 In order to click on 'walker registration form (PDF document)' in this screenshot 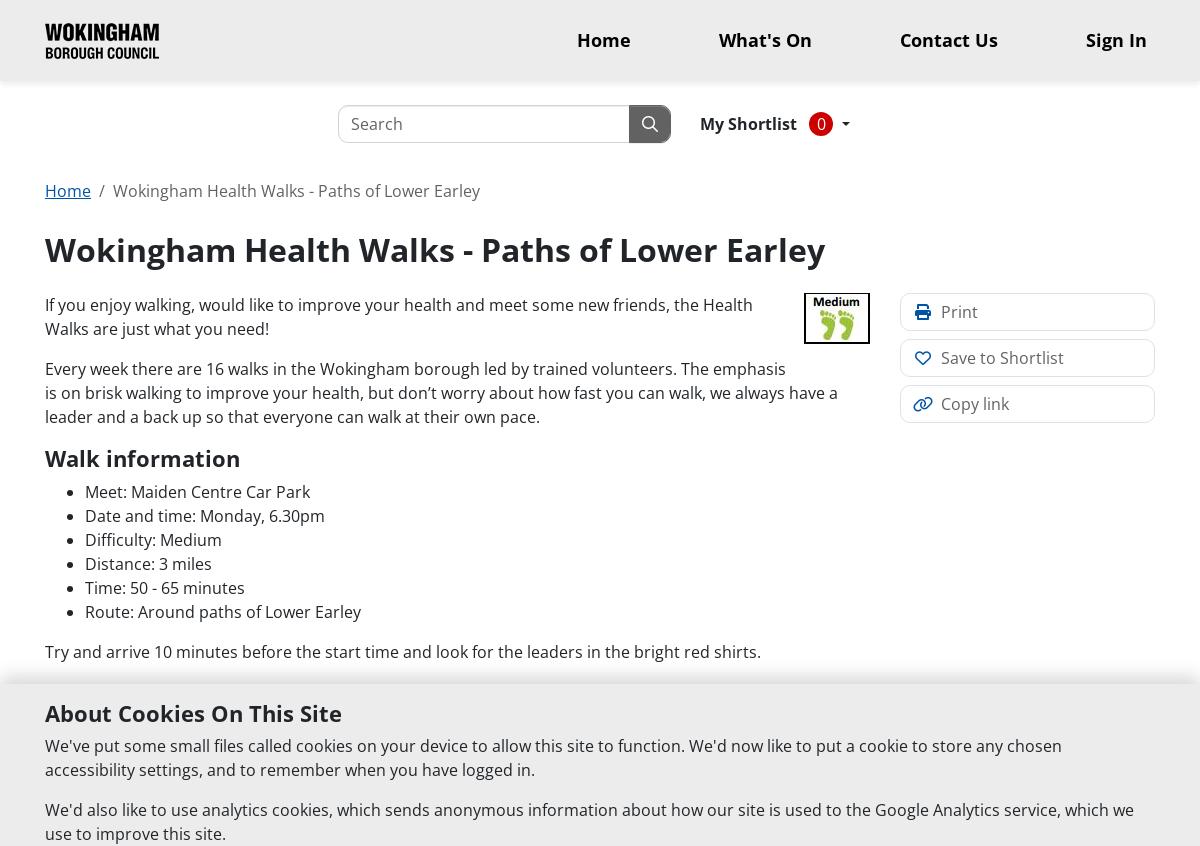, I will do `click(315, 725)`.